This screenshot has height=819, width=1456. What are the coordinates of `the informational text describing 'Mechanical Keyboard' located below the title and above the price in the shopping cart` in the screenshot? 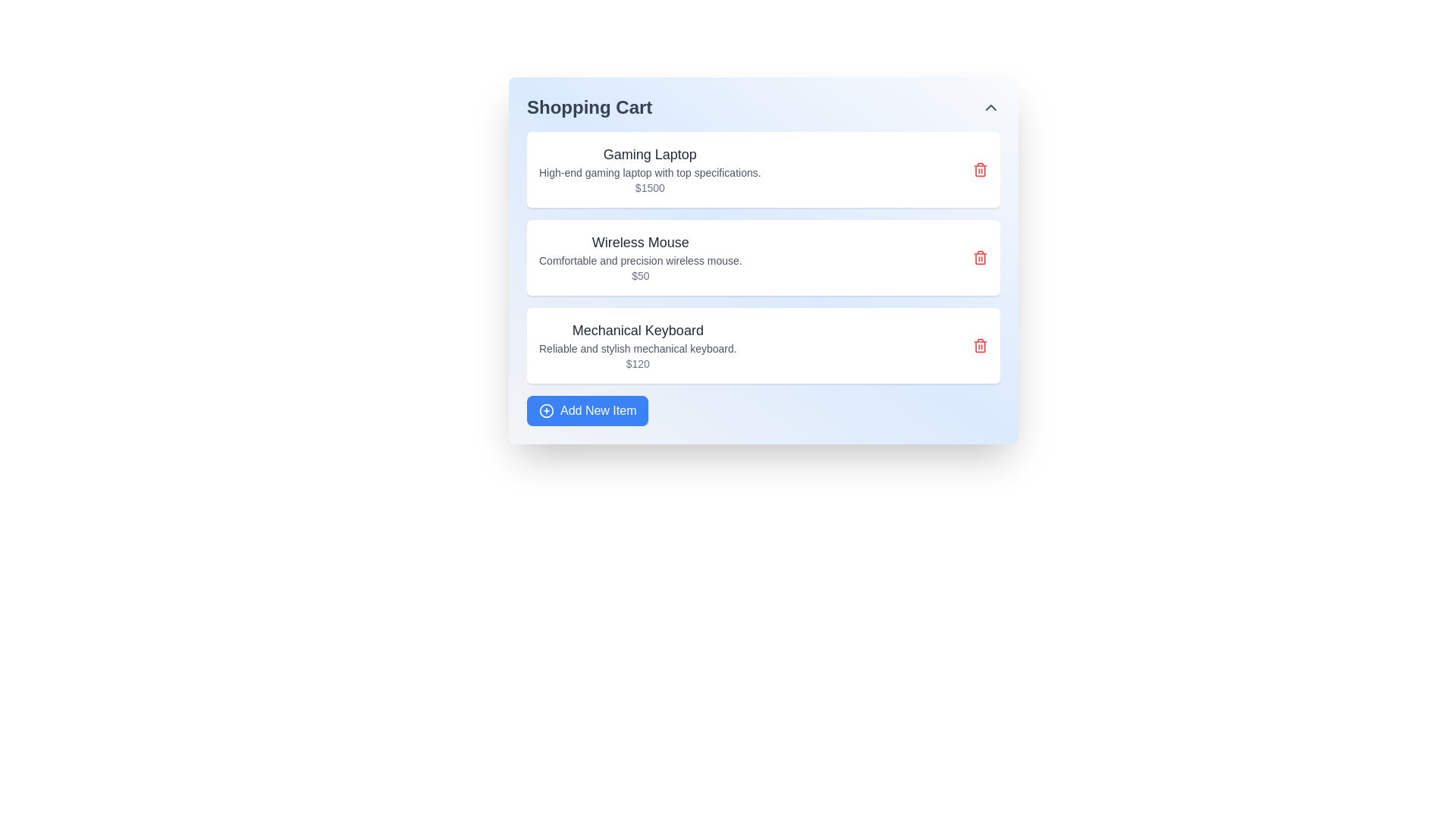 It's located at (638, 348).